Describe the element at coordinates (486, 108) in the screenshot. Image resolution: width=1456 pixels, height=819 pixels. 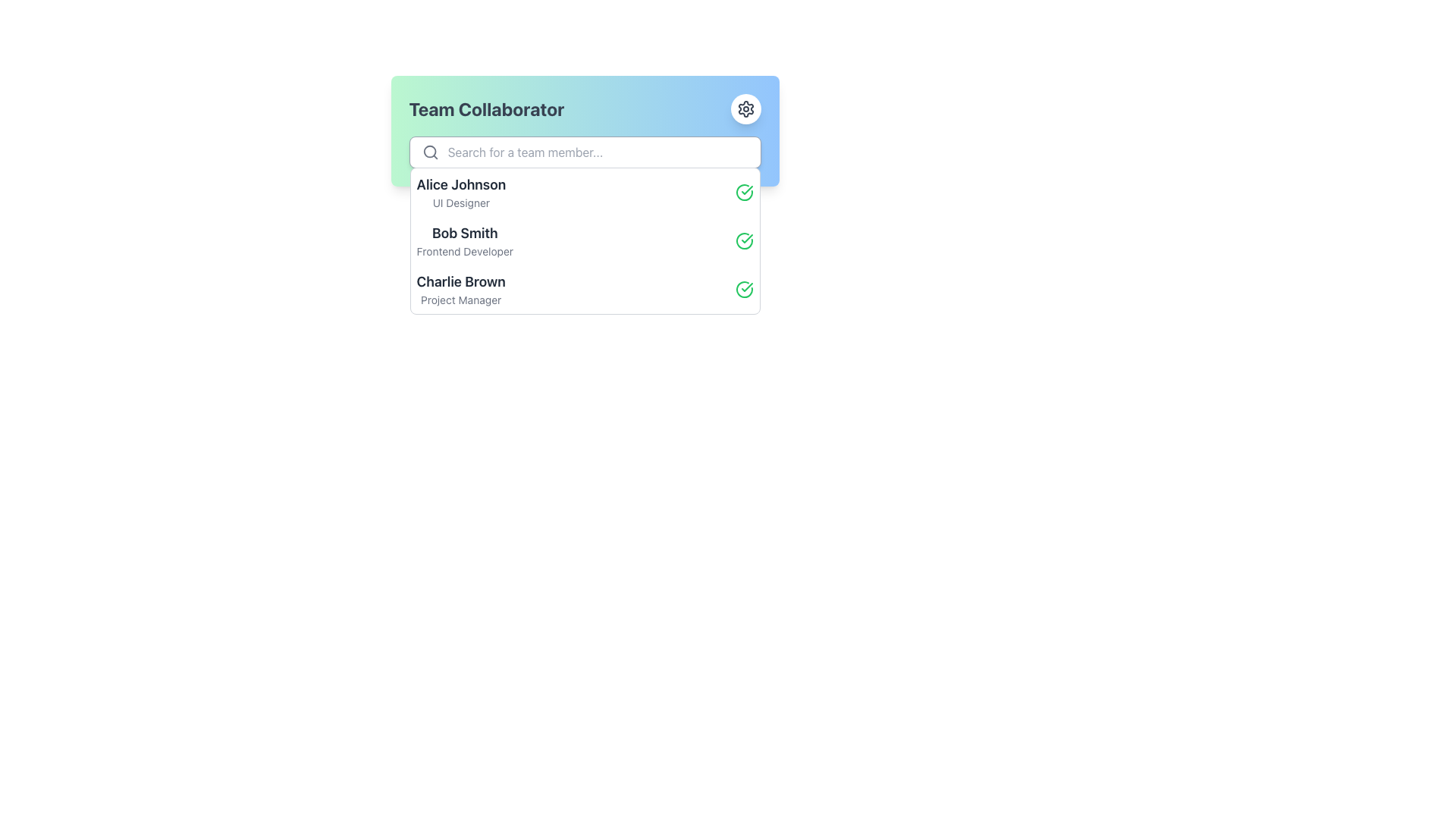
I see `the static text label displaying 'Team Collaborator', which is positioned at the top left of the user interface section, above a search bar and to the left of a gear icon button` at that location.